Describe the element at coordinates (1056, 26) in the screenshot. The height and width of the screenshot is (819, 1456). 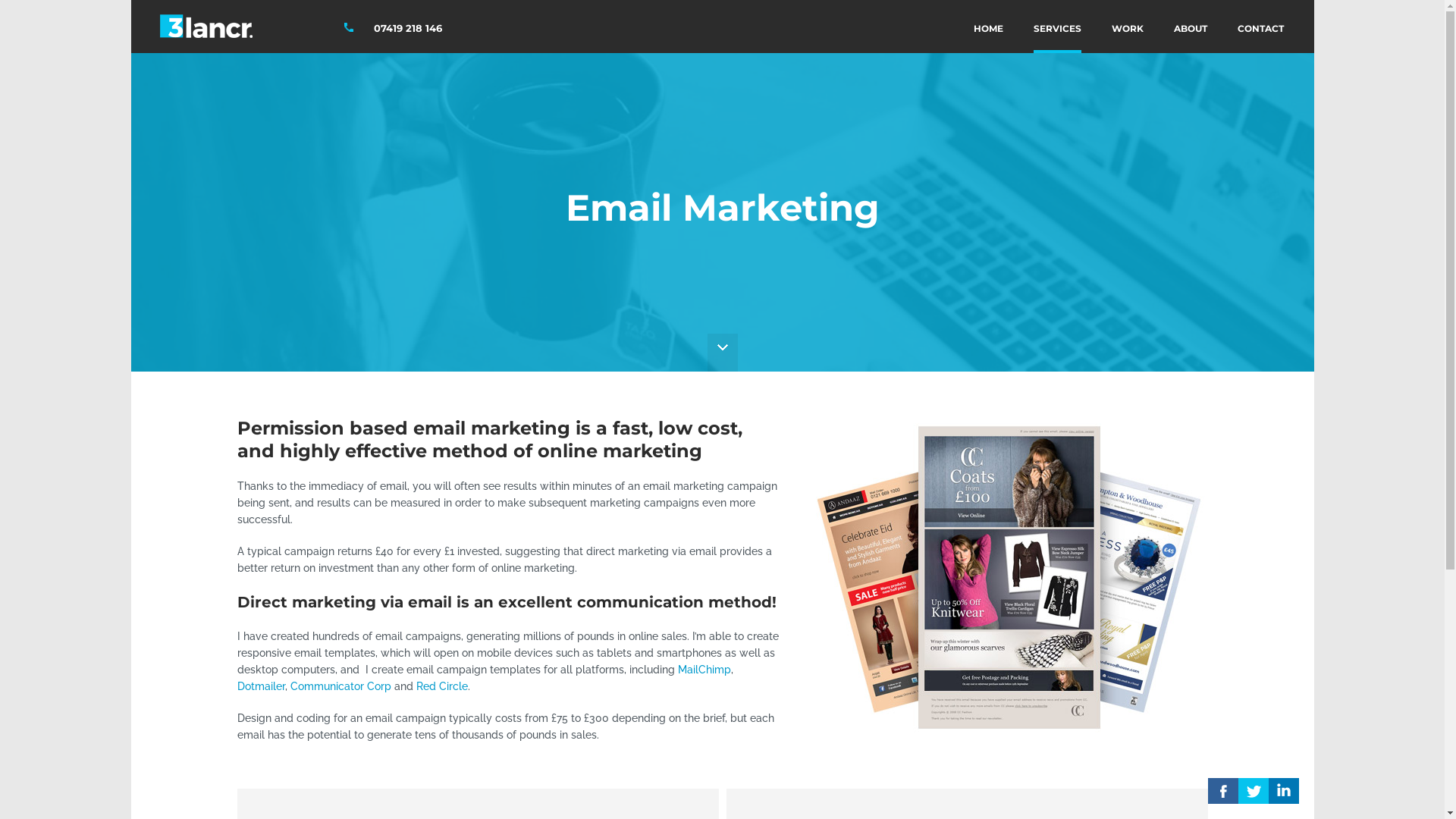
I see `'SERVICES'` at that location.